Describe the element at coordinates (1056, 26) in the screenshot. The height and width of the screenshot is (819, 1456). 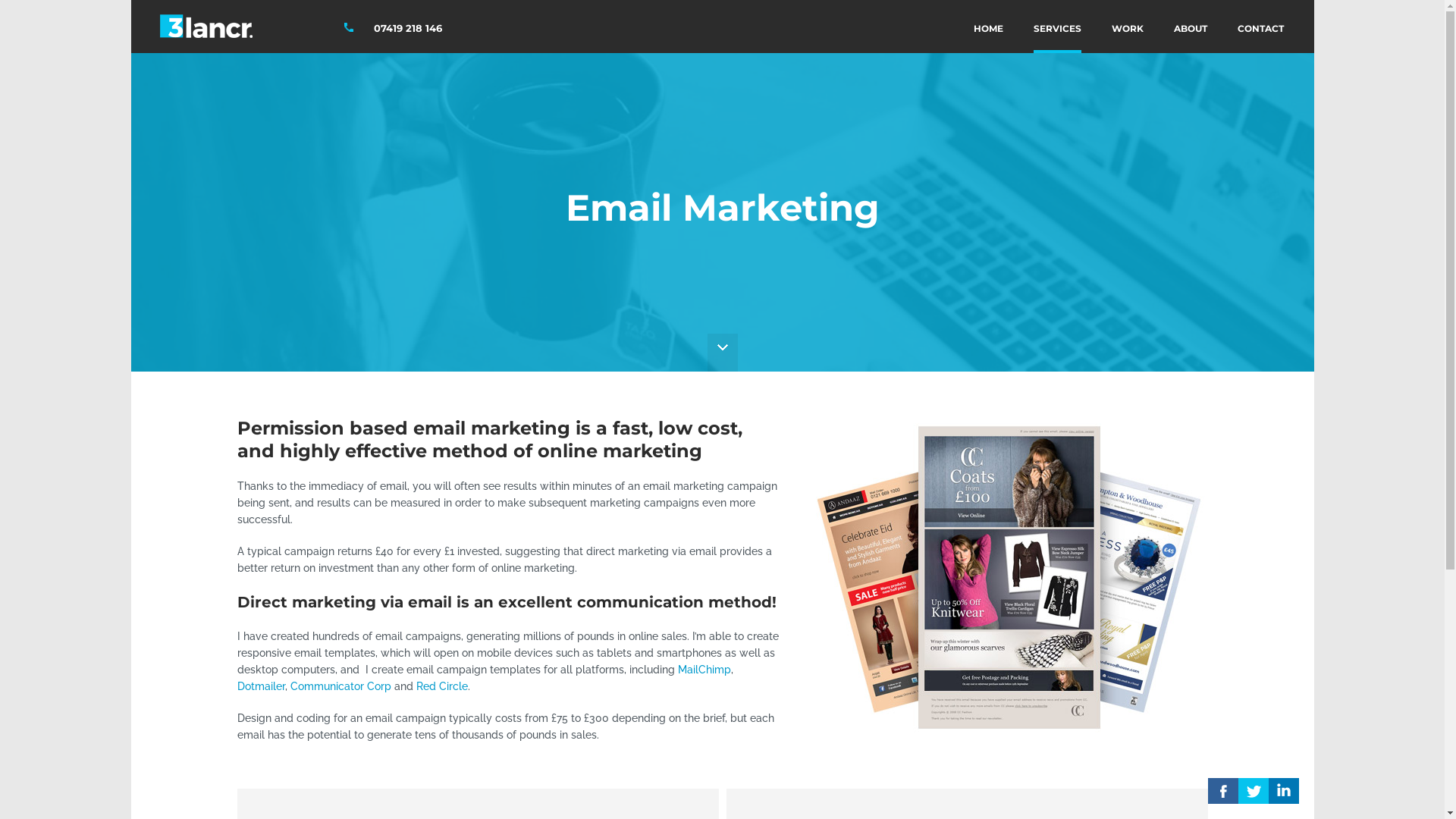
I see `'SERVICES'` at that location.